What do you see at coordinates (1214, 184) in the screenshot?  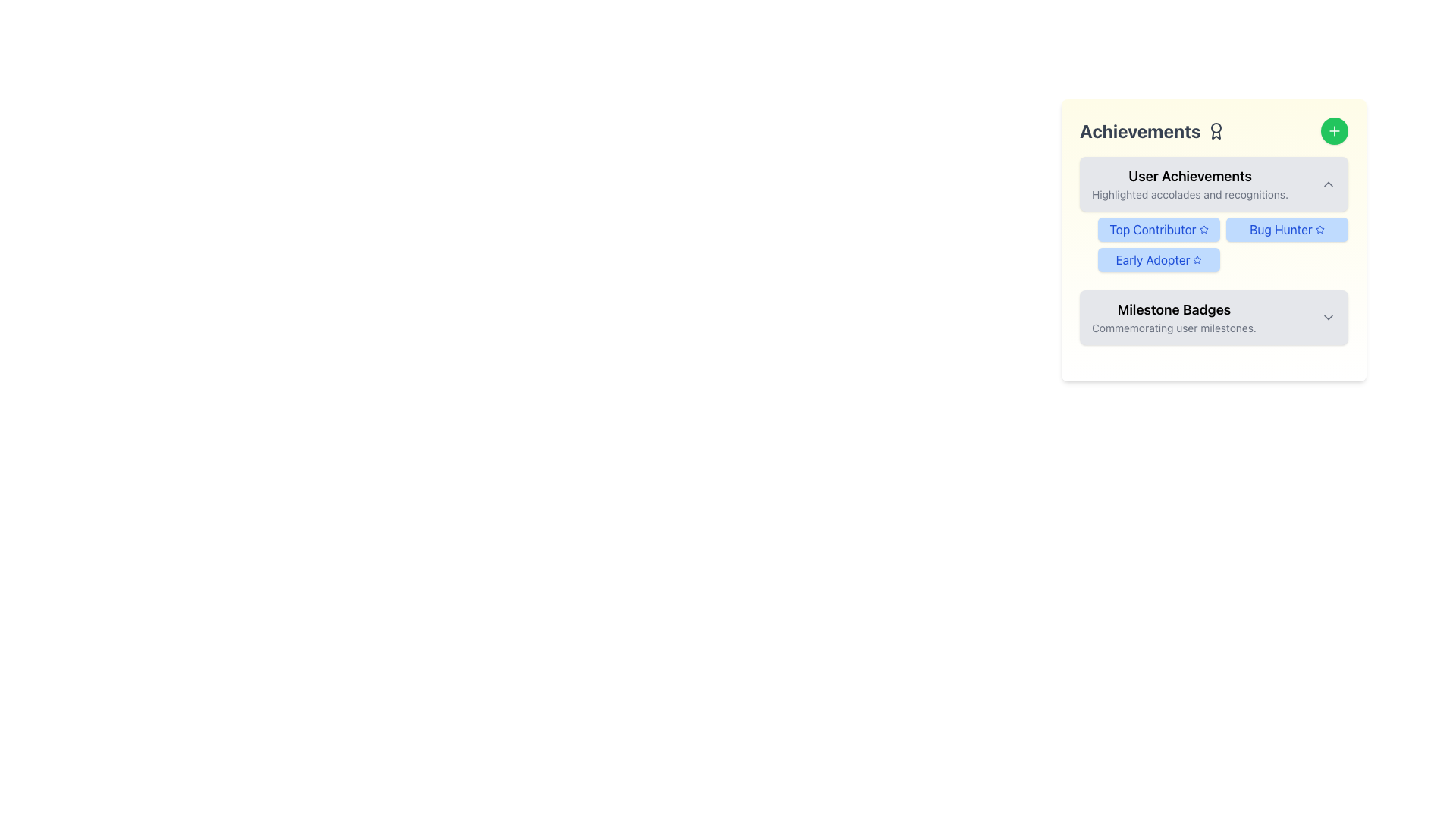 I see `the 'User Achievements' collapsible header section` at bounding box center [1214, 184].